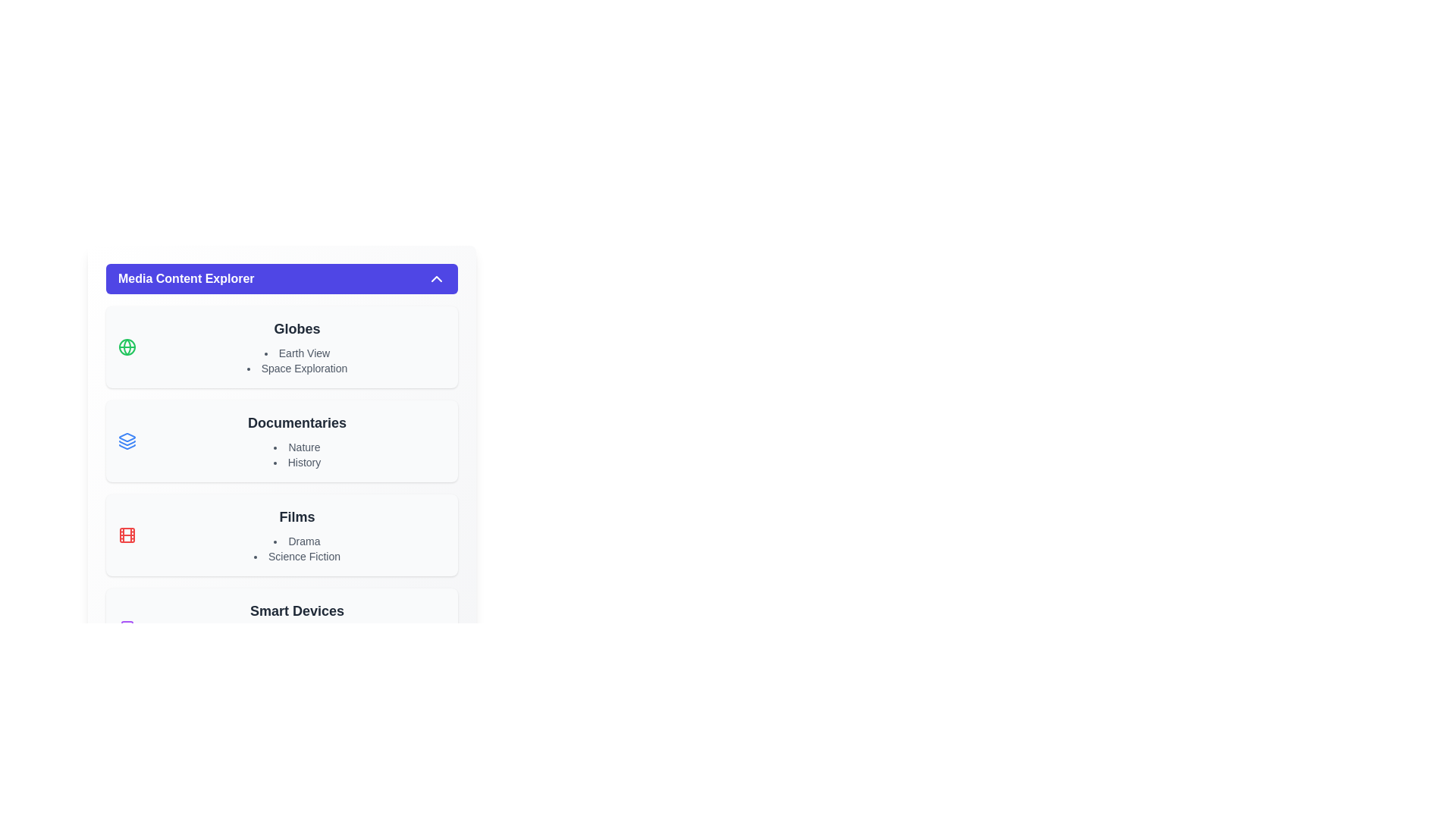 This screenshot has height=819, width=1456. Describe the element at coordinates (297, 447) in the screenshot. I see `the list item labeled 'Nature'` at that location.